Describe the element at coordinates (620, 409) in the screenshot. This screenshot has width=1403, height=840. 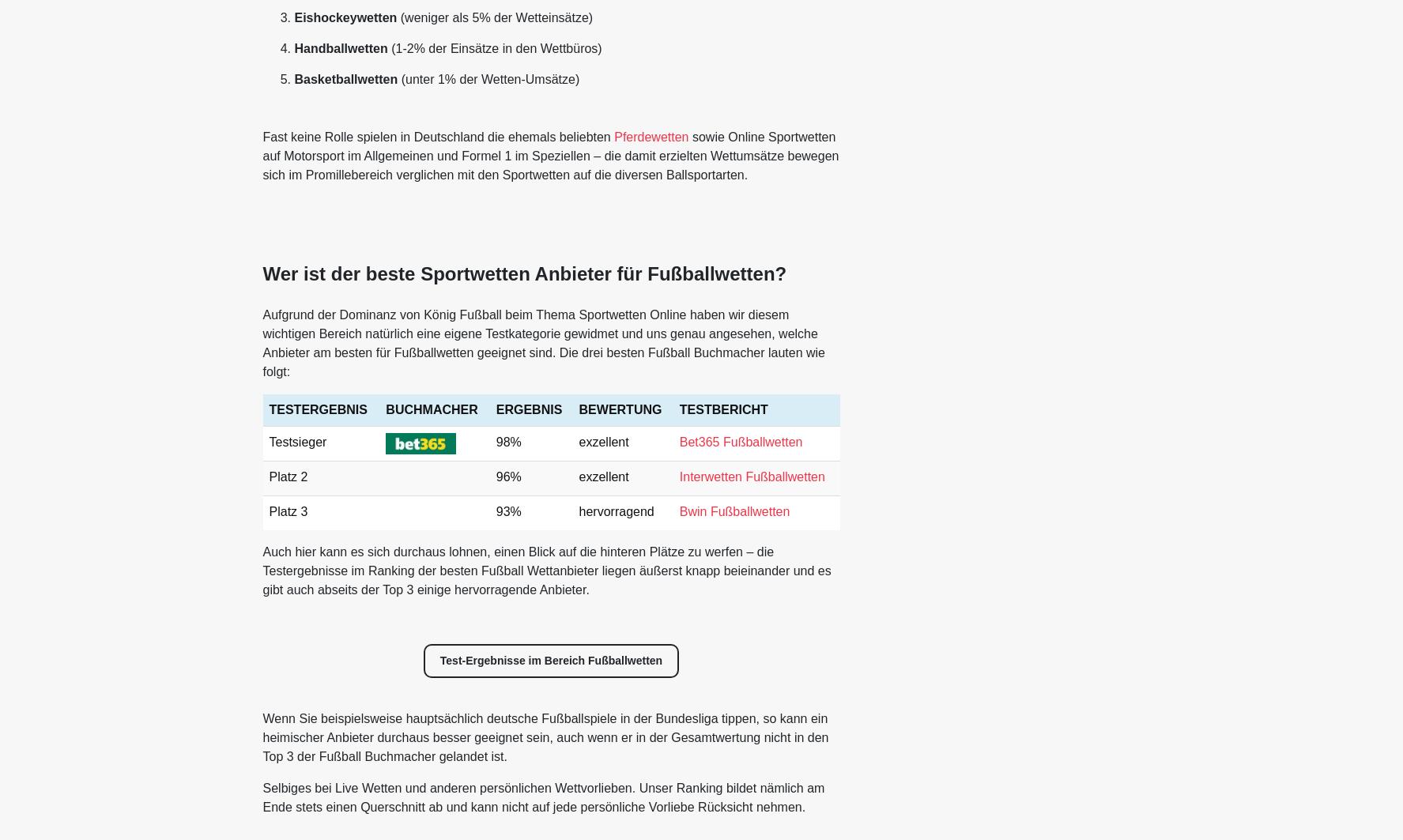
I see `'BEWERTUNG'` at that location.